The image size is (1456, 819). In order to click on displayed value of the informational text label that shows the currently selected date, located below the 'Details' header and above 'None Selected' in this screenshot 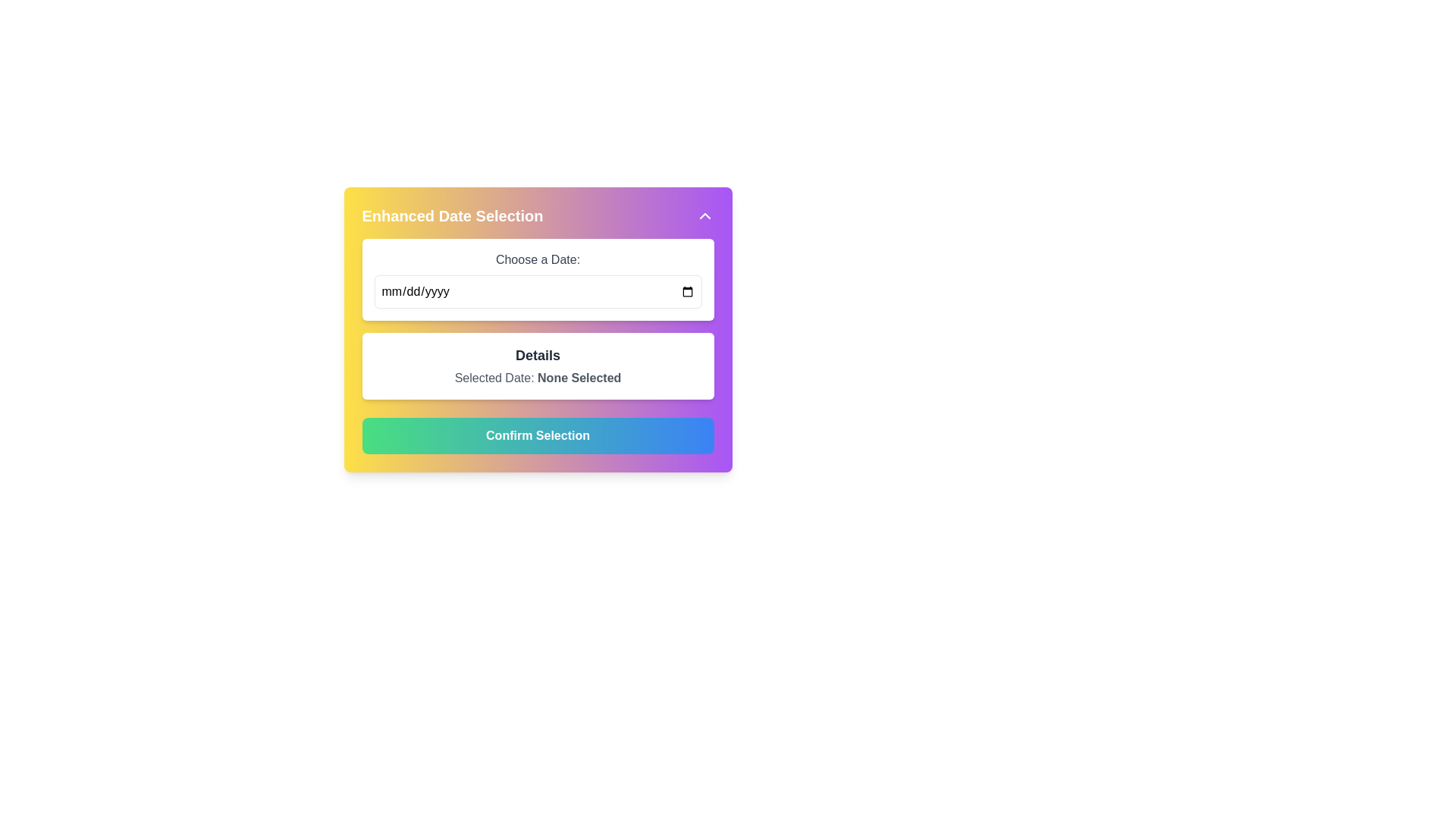, I will do `click(538, 377)`.